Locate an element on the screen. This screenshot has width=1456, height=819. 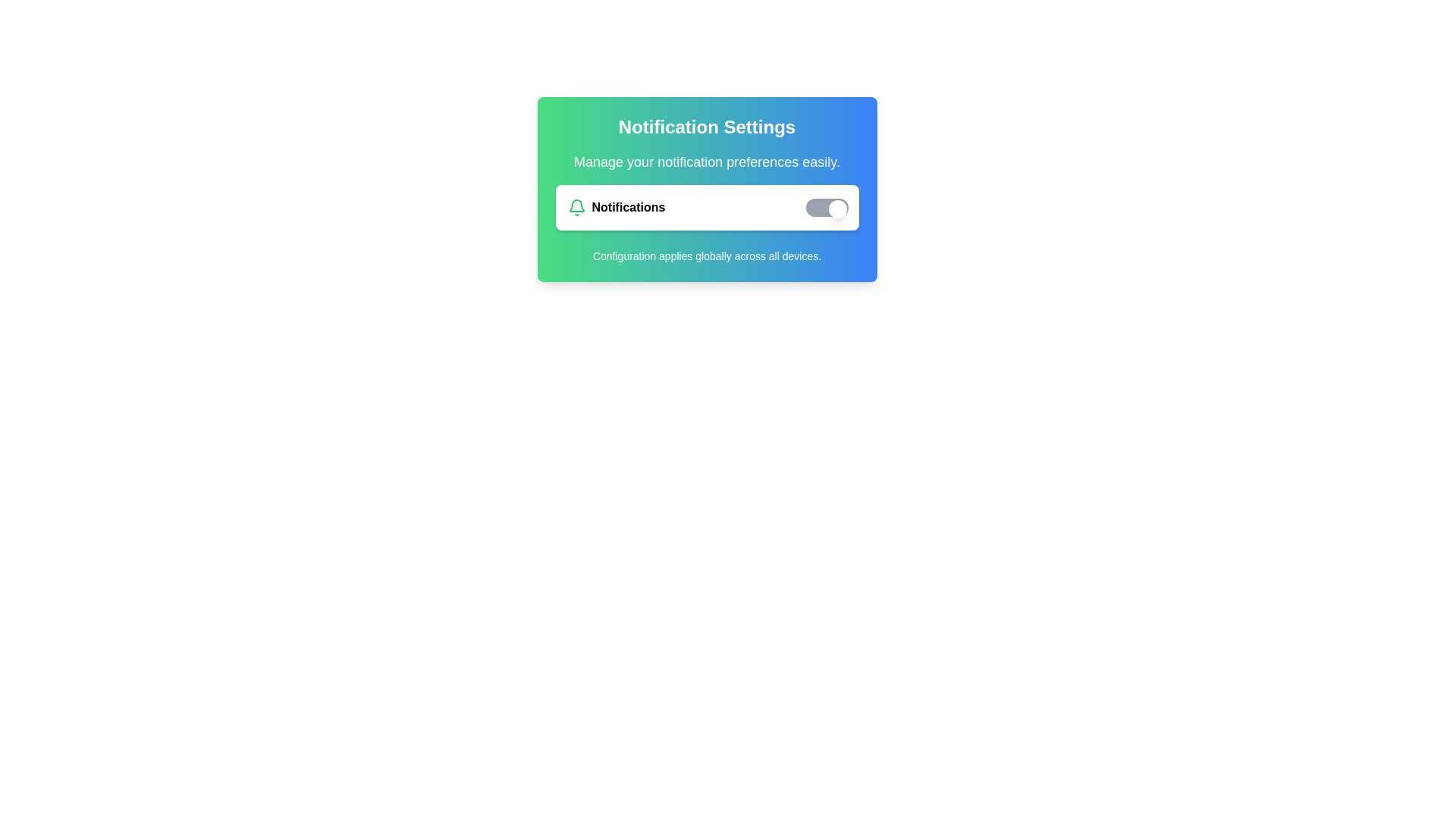
the green bell icon representing notifications, which is located to the left of the word 'Notifications' is located at coordinates (576, 207).